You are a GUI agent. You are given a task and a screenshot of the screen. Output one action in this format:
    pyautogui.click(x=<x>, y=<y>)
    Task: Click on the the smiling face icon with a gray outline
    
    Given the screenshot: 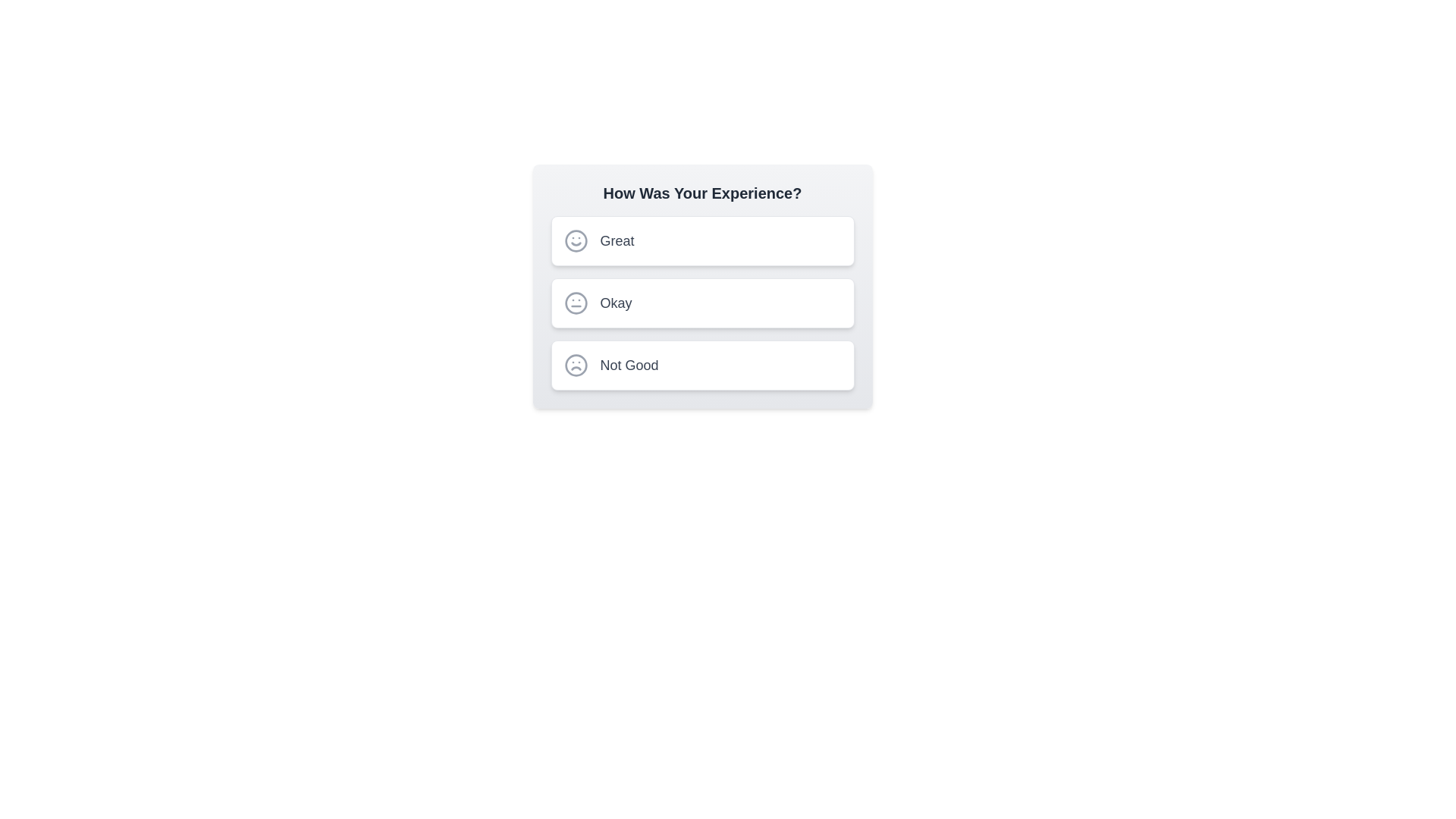 What is the action you would take?
    pyautogui.click(x=575, y=240)
    